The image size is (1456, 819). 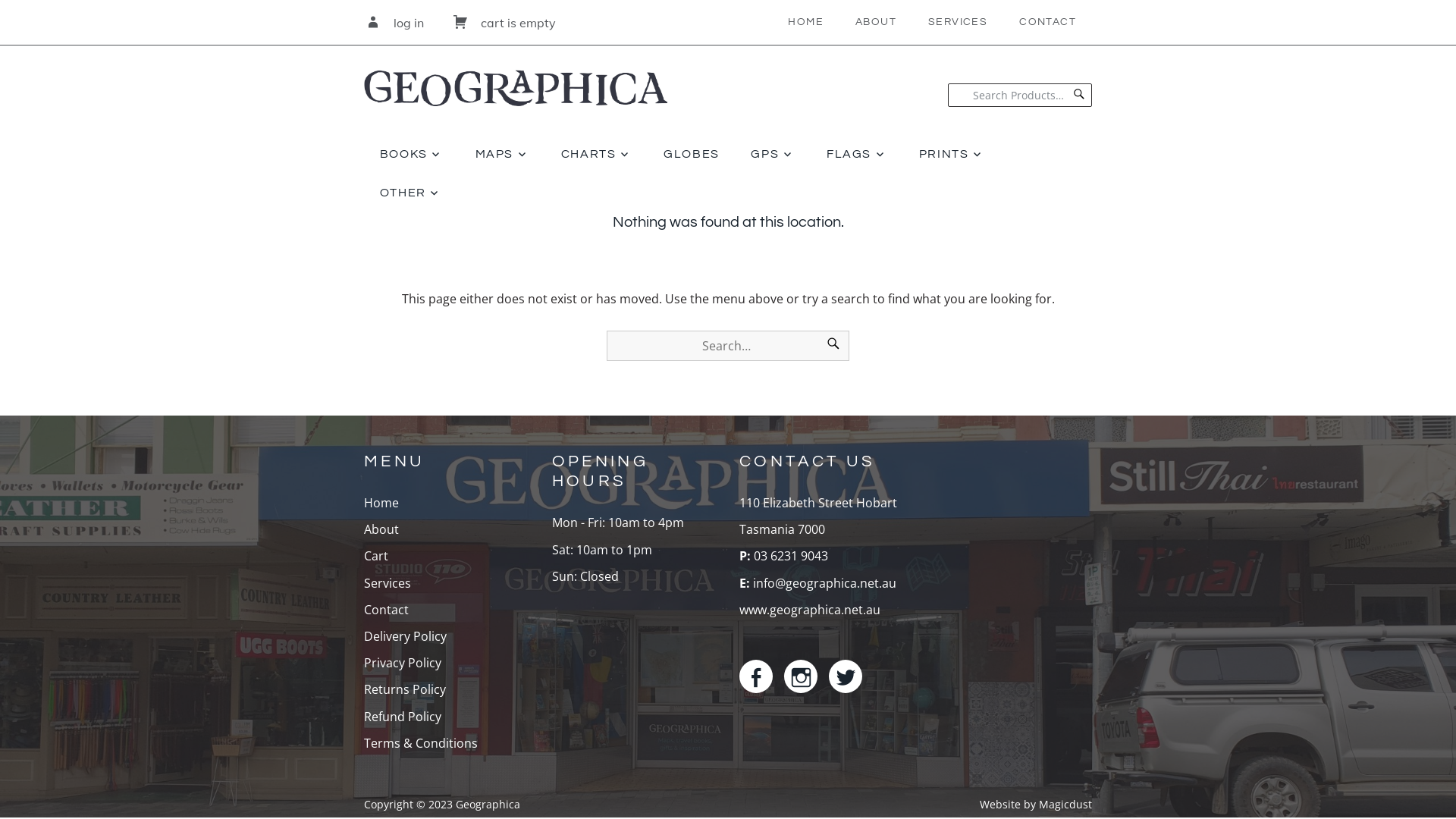 What do you see at coordinates (1003, 22) in the screenshot?
I see `'CONTACT'` at bounding box center [1003, 22].